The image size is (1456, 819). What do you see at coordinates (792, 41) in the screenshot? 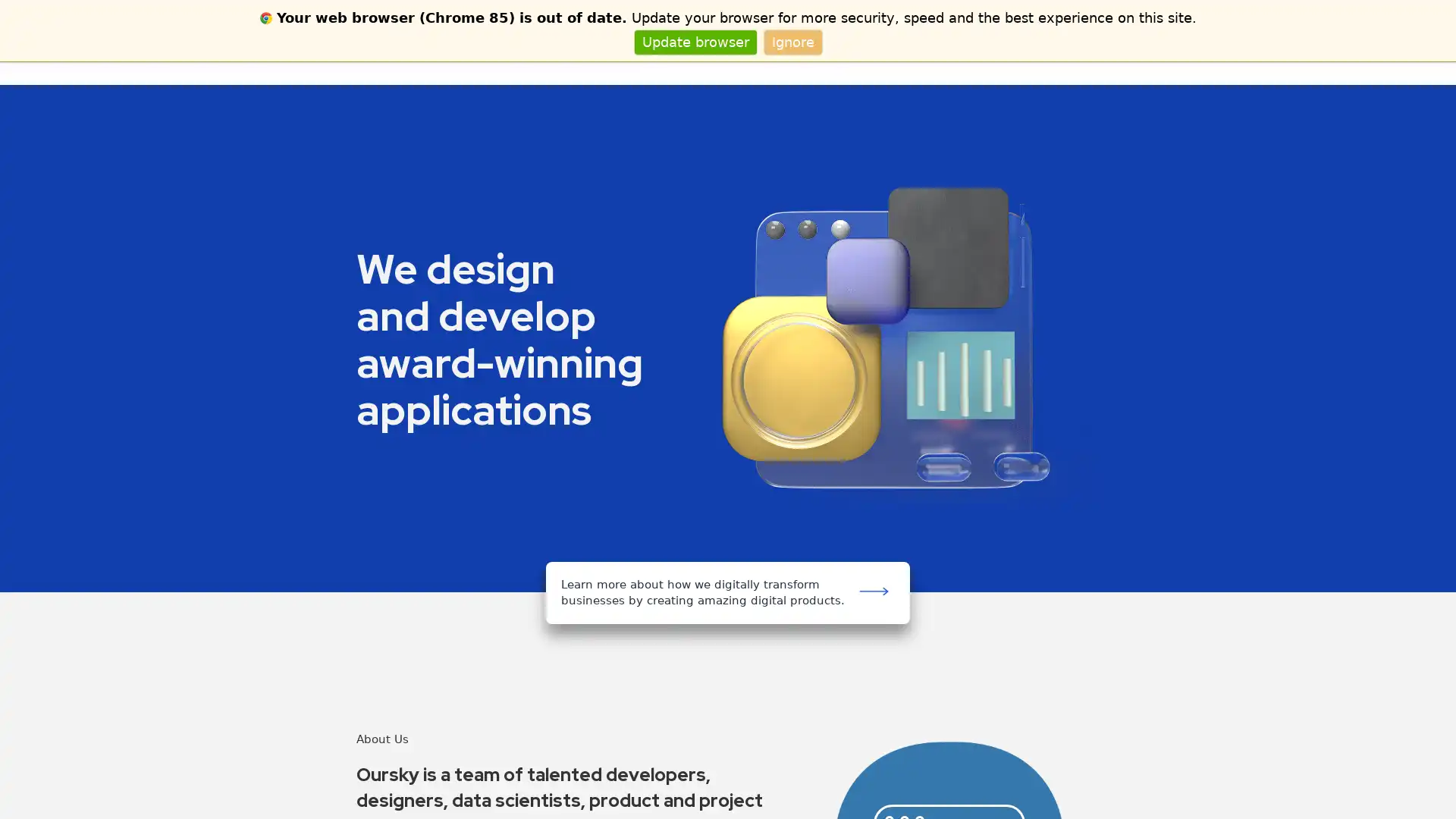
I see `Ignore` at bounding box center [792, 41].